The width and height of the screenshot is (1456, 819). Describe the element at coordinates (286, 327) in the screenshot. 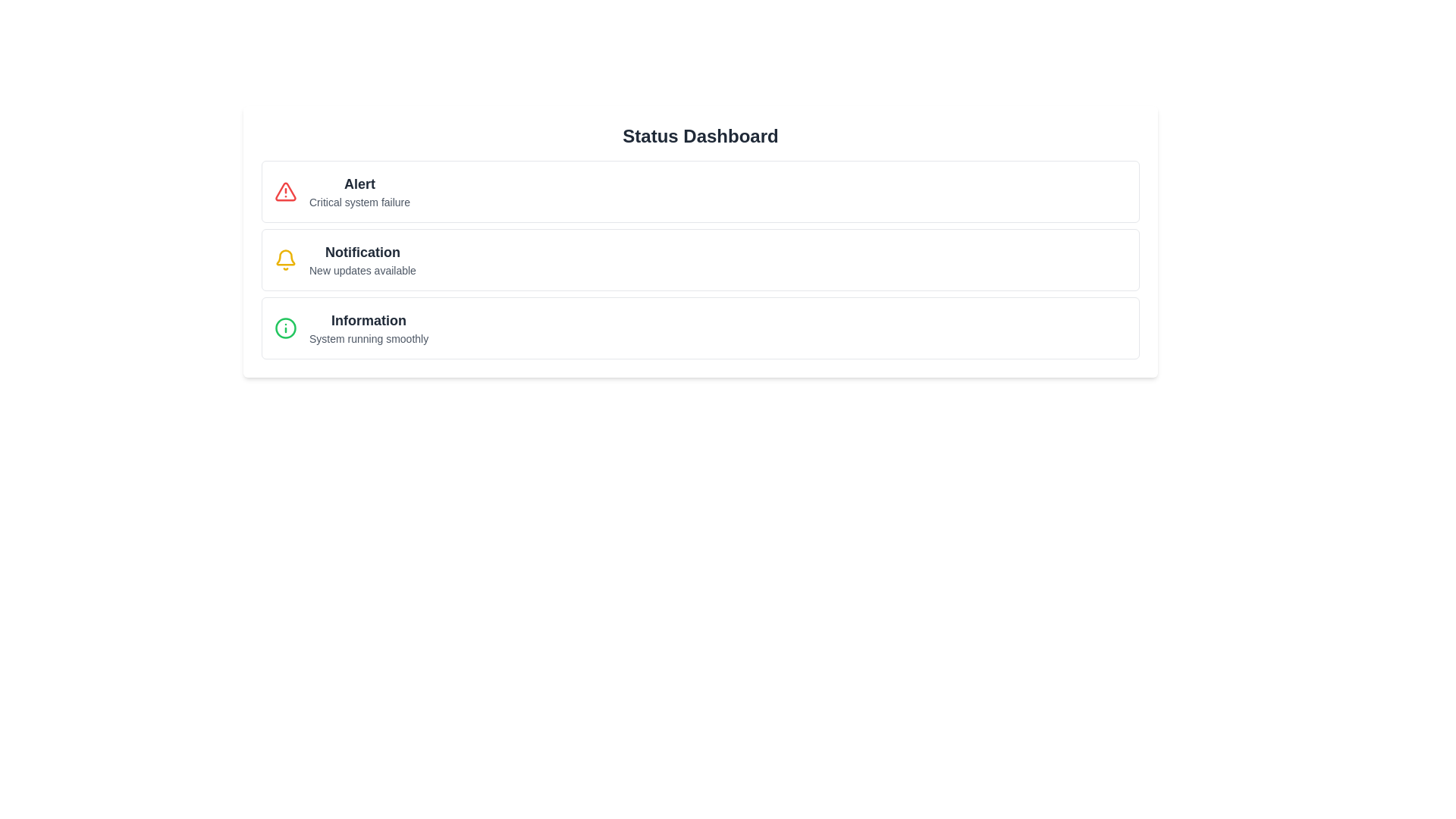

I see `the circular green-bordered icon with an 'i' symbol that represents information, located on the leftmost side of the 'Information' section in a vertical list` at that location.